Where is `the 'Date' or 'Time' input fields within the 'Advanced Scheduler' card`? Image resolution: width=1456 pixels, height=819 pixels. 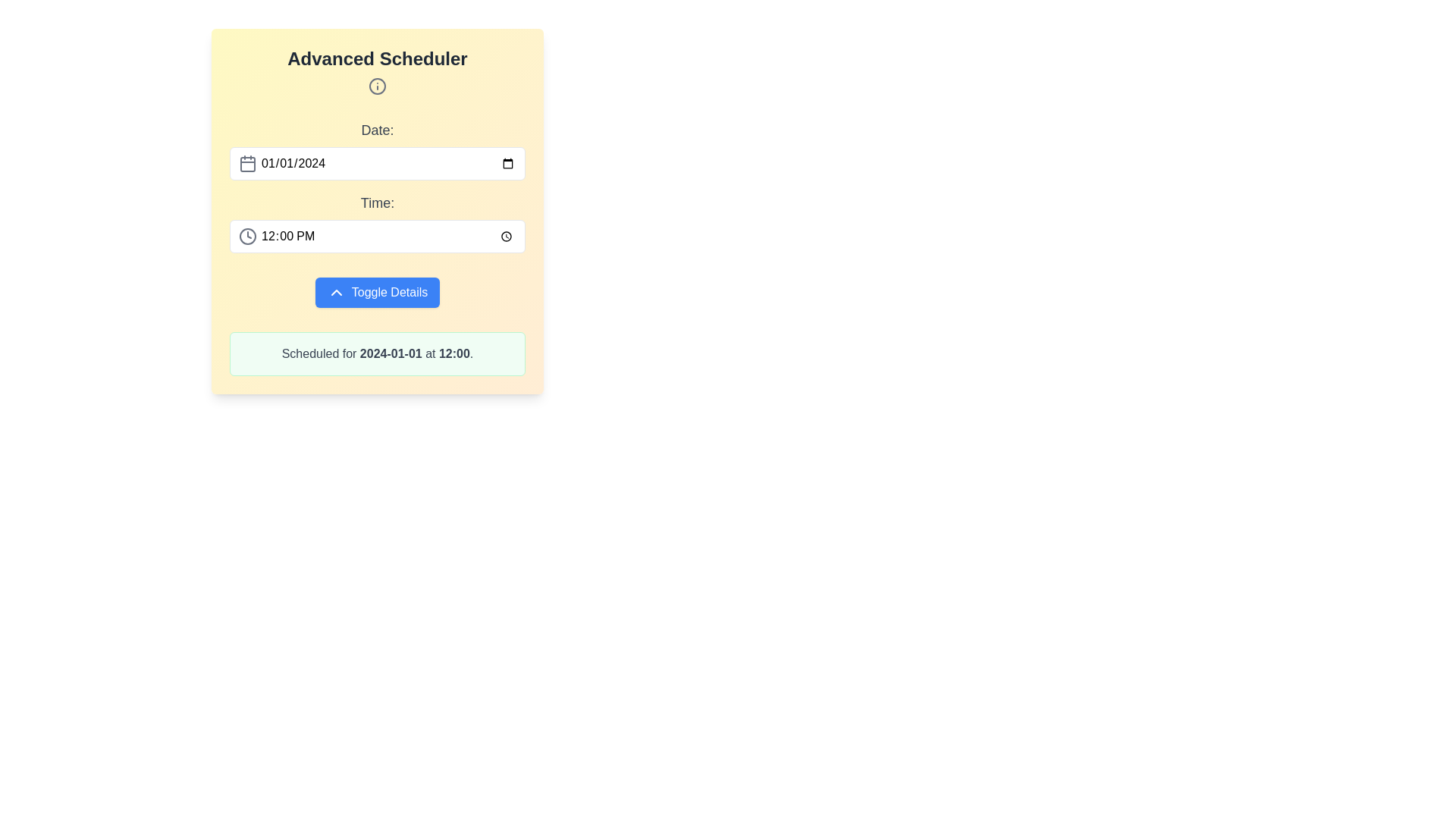
the 'Date' or 'Time' input fields within the 'Advanced Scheduler' card is located at coordinates (378, 211).